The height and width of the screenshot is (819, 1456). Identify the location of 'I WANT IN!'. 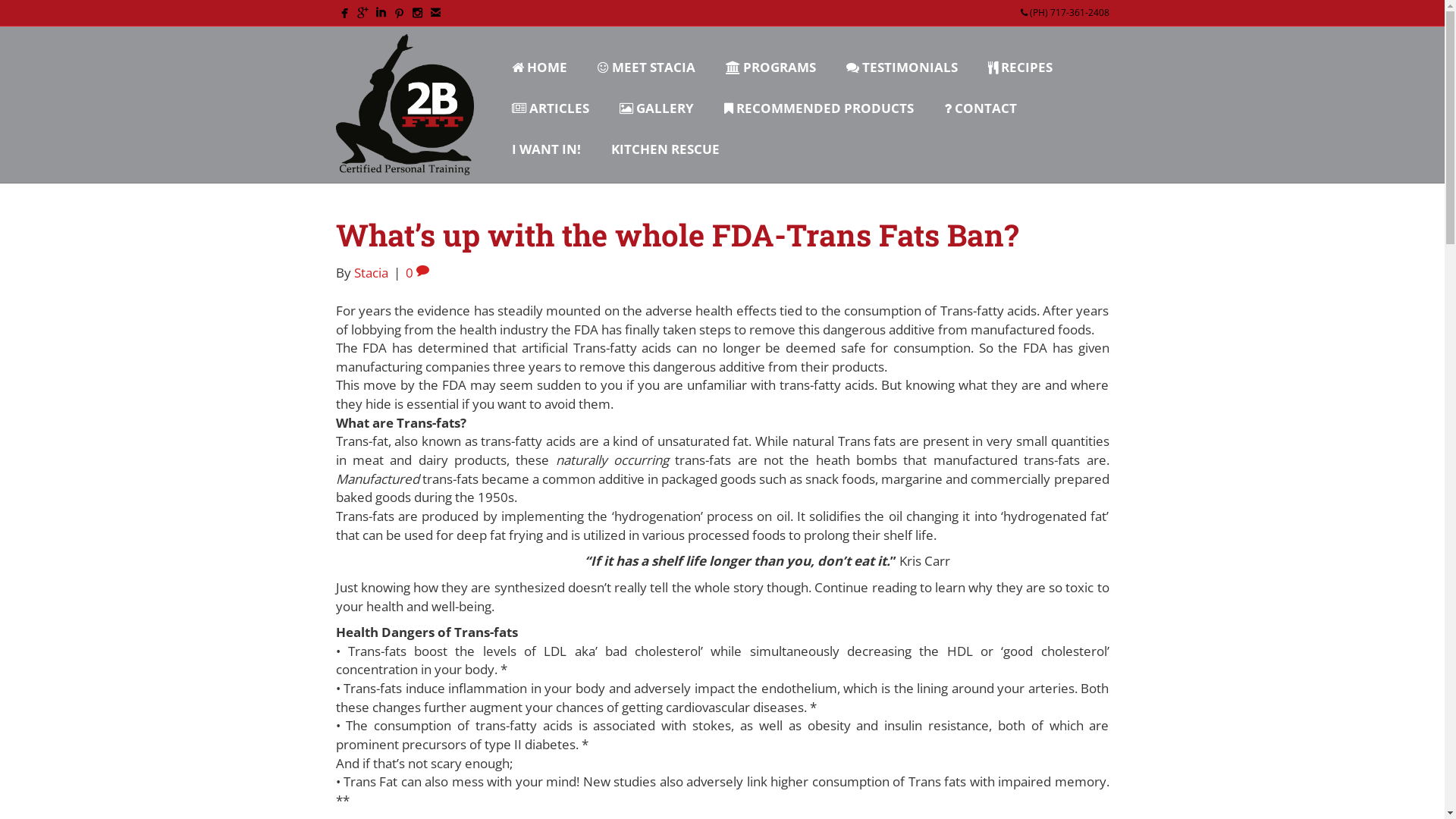
(546, 146).